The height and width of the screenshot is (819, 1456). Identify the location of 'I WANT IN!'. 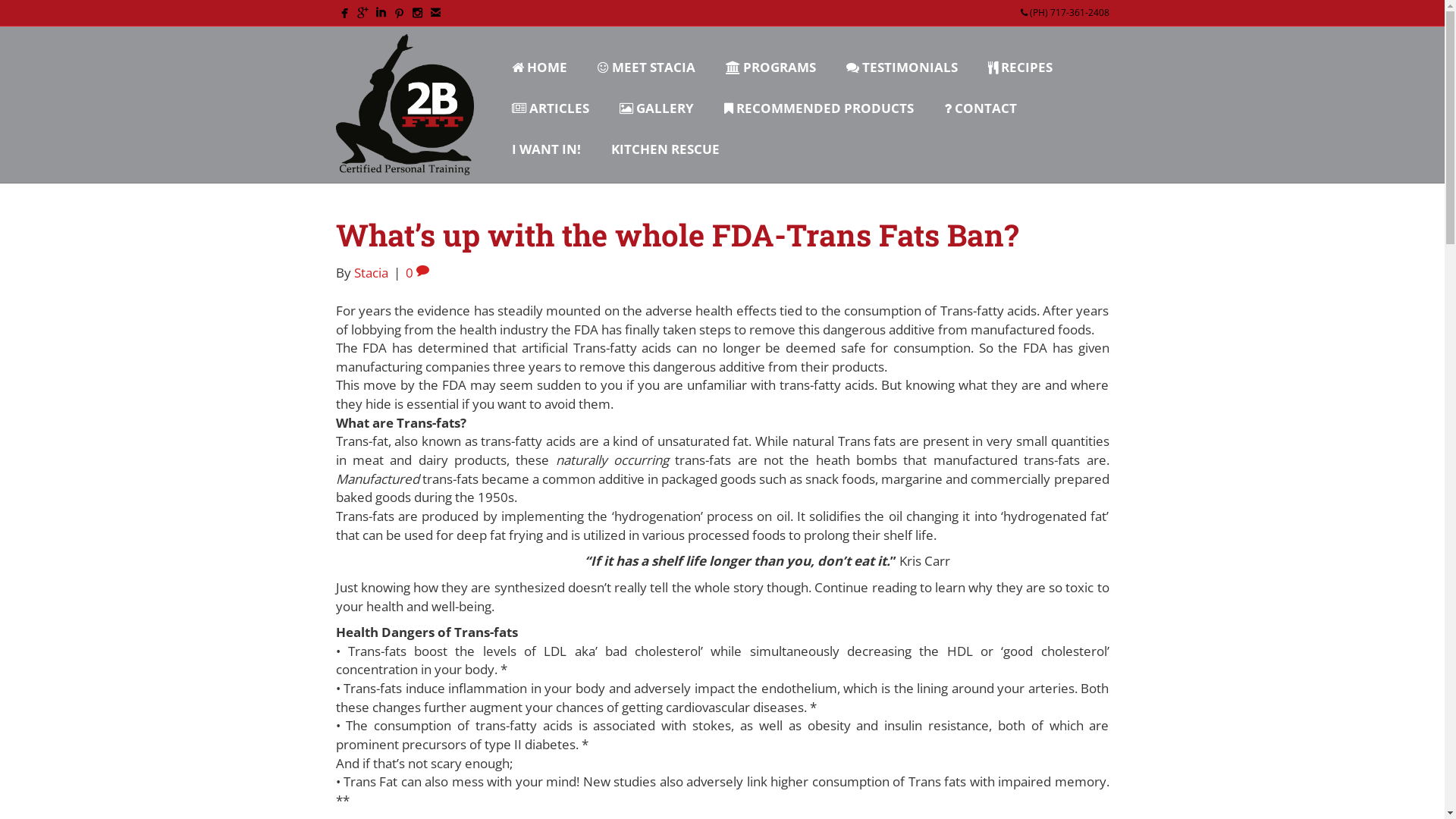
(546, 146).